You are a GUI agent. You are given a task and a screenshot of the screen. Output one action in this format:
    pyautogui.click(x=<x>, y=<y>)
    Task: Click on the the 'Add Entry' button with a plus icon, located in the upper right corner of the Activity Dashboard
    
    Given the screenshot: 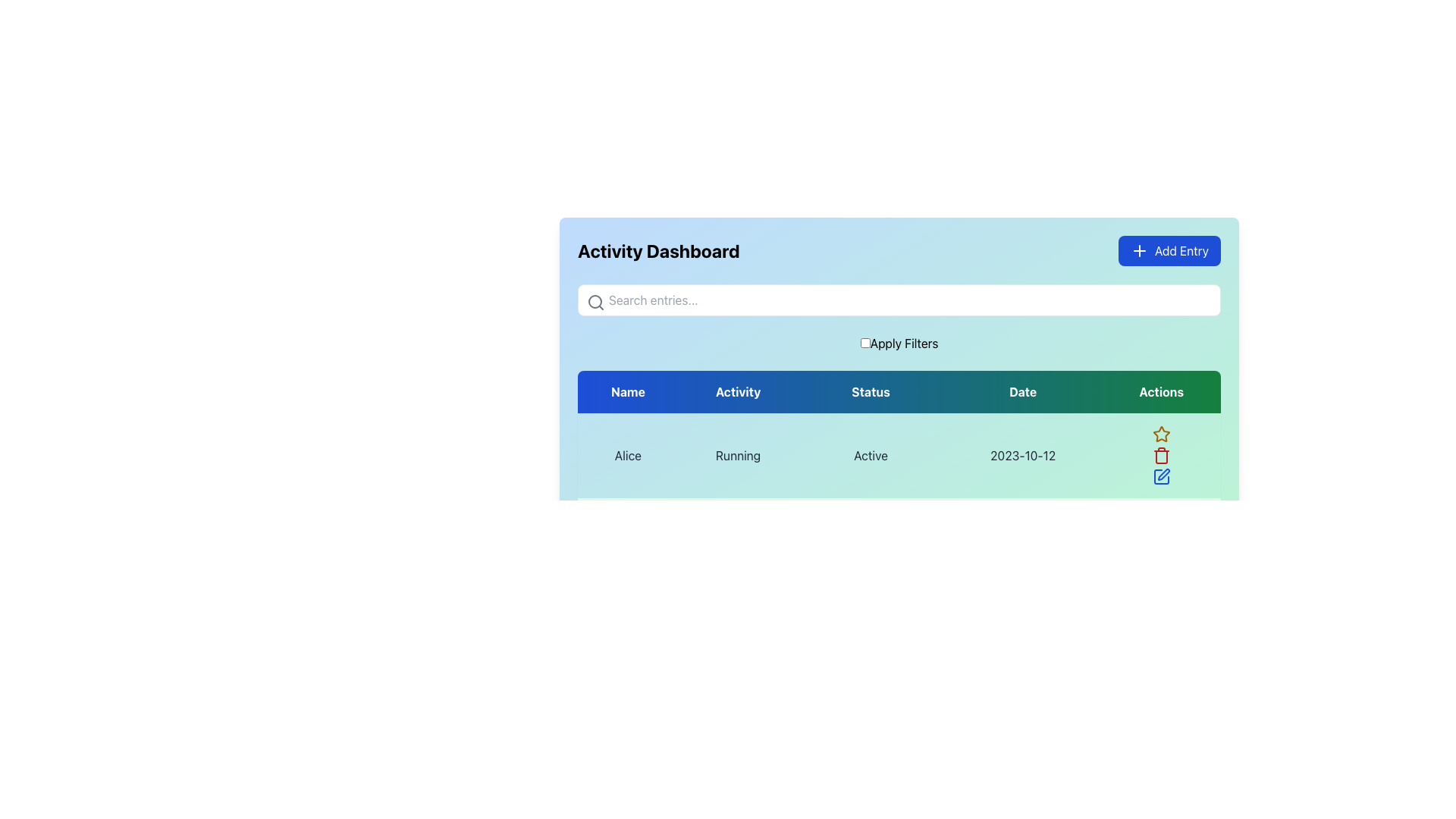 What is the action you would take?
    pyautogui.click(x=1169, y=250)
    